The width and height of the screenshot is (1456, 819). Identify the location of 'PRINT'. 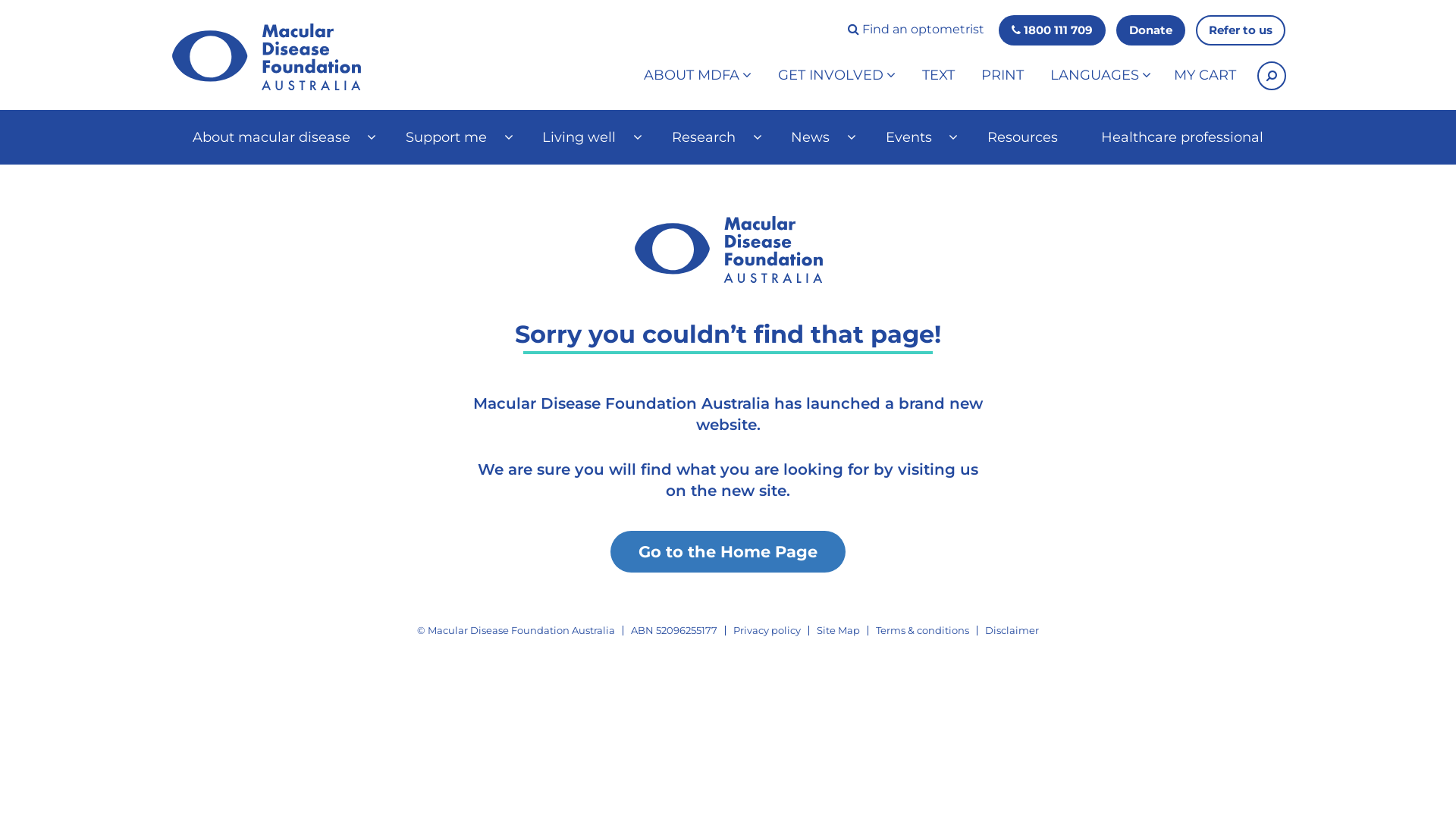
(1002, 76).